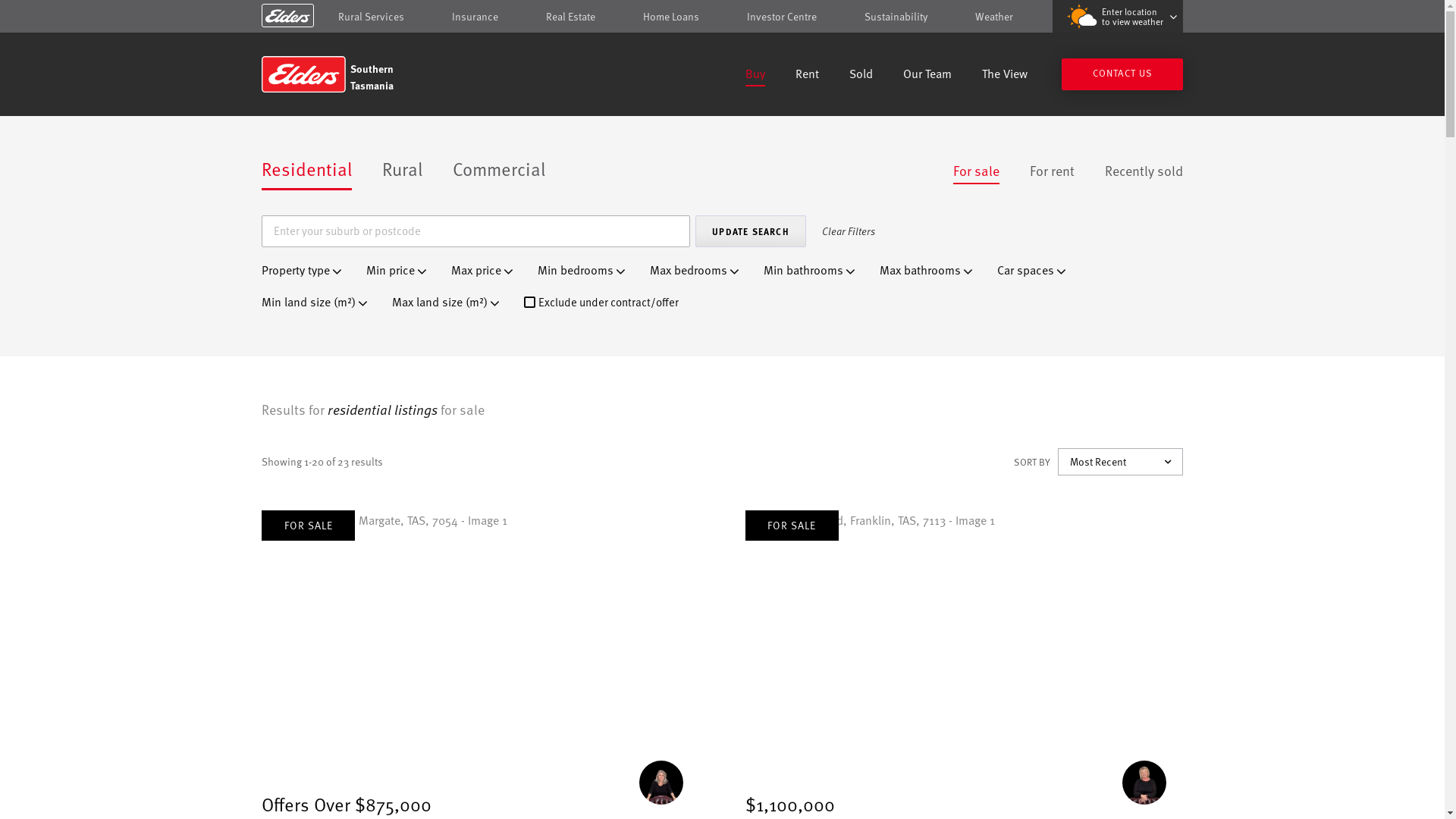  I want to click on 'Our Team', so click(902, 75).